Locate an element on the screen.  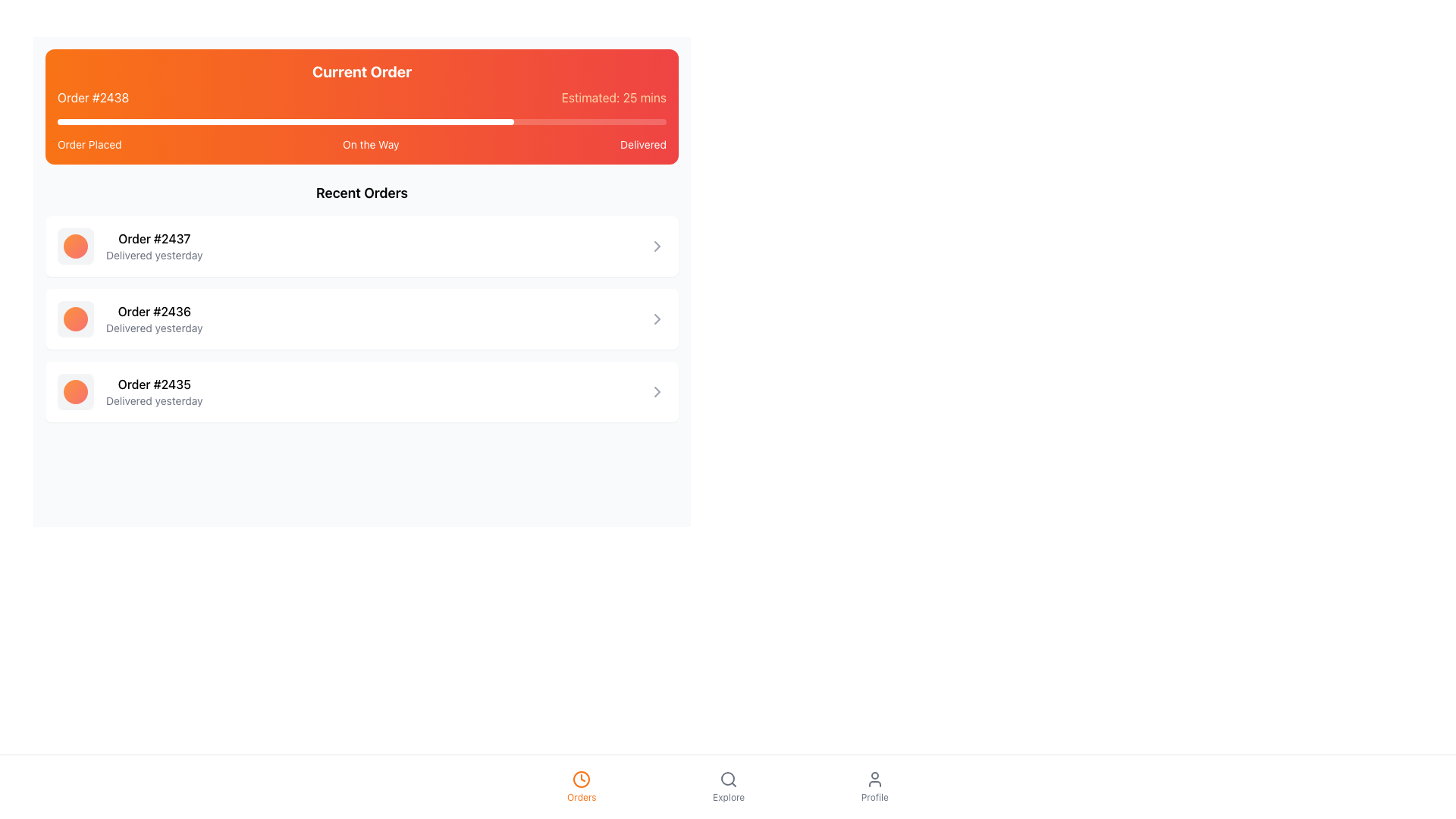
the text label displaying the identifier for the second past order in the 'Recent Orders' list, positioned under the 'Recent Orders' heading is located at coordinates (154, 311).